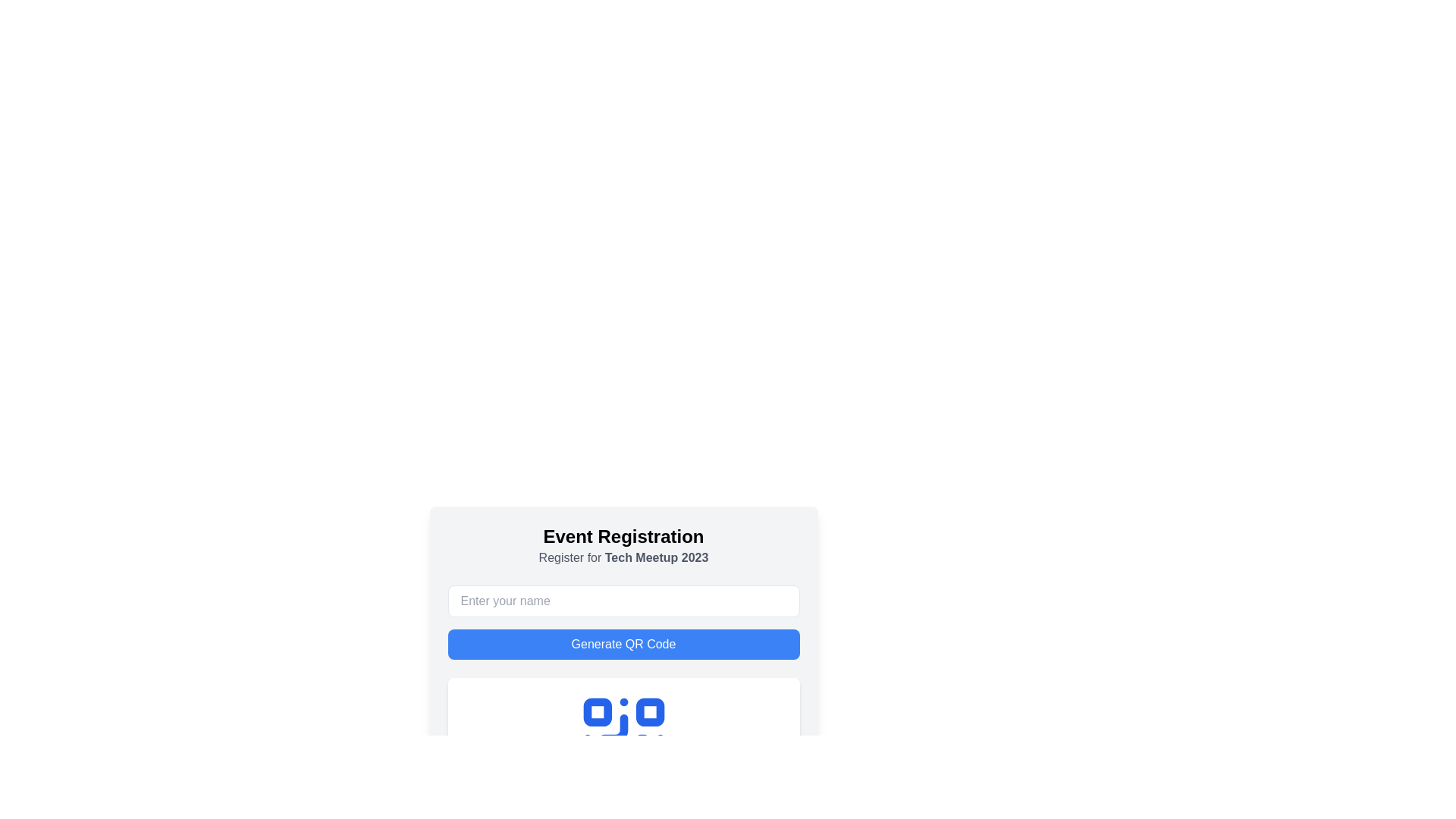 This screenshot has width=1456, height=819. I want to click on the text label header displaying 'Event Registration', which is styled with a 2xl font size and is positioned at the top center of the form interface, so click(623, 536).